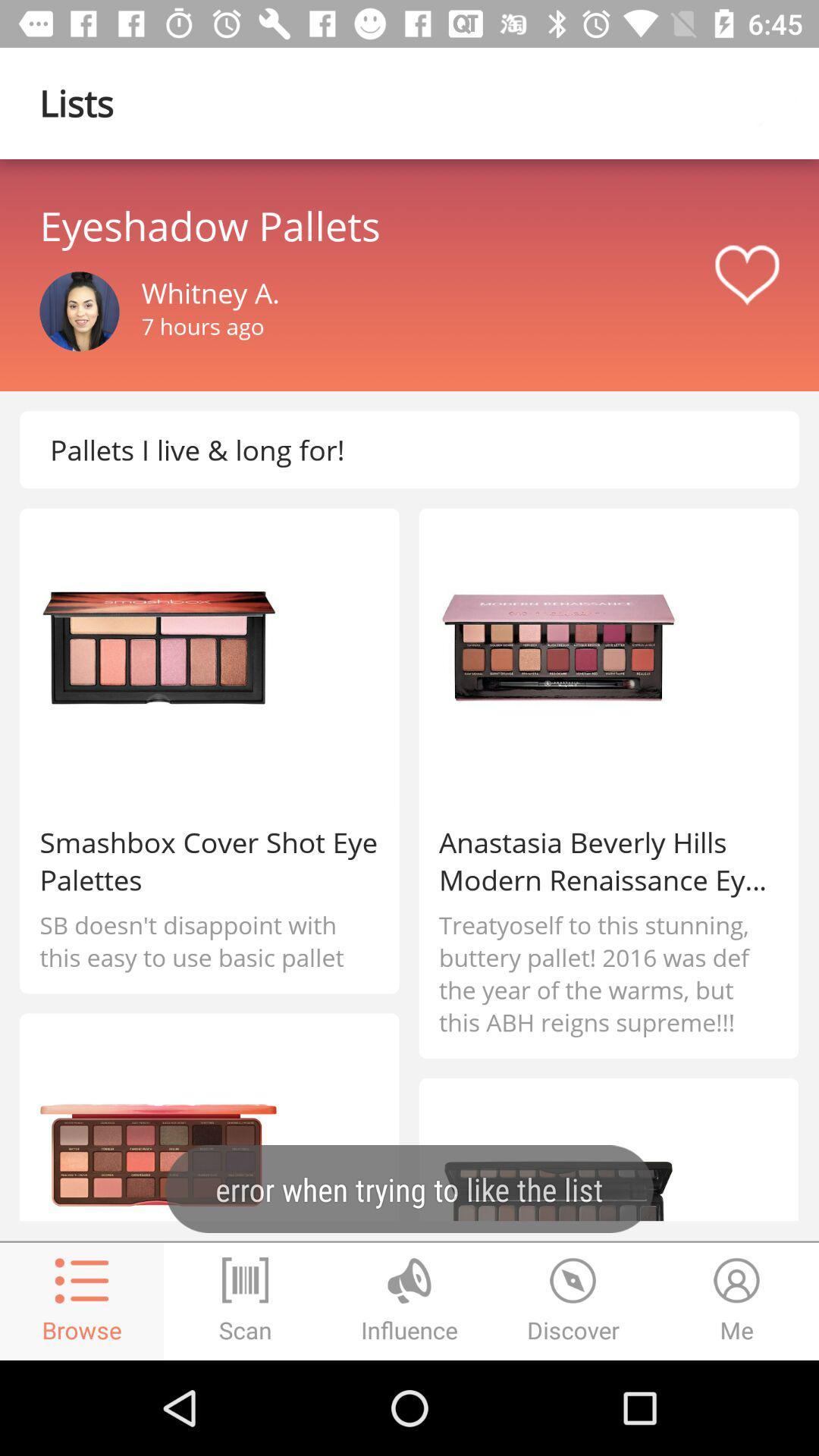 Image resolution: width=819 pixels, height=1456 pixels. What do you see at coordinates (746, 275) in the screenshot?
I see `the favorite icon` at bounding box center [746, 275].